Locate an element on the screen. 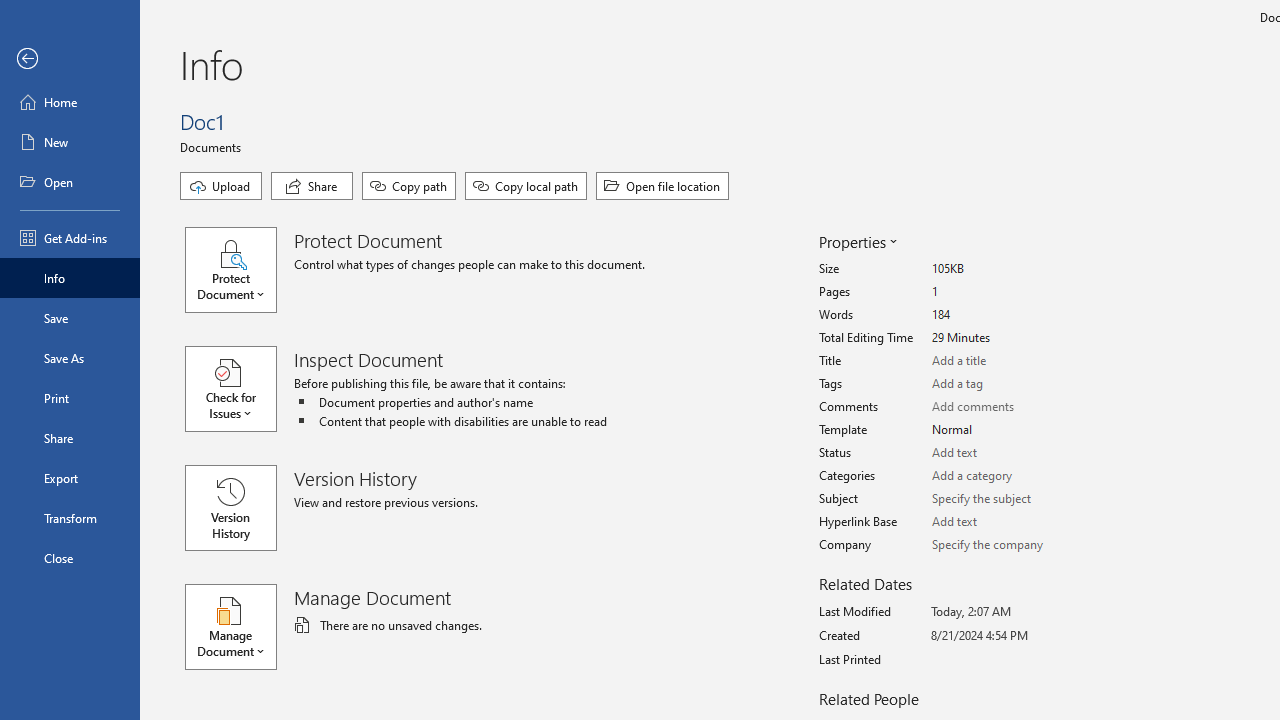 The image size is (1280, 720). 'New' is located at coordinates (69, 140).